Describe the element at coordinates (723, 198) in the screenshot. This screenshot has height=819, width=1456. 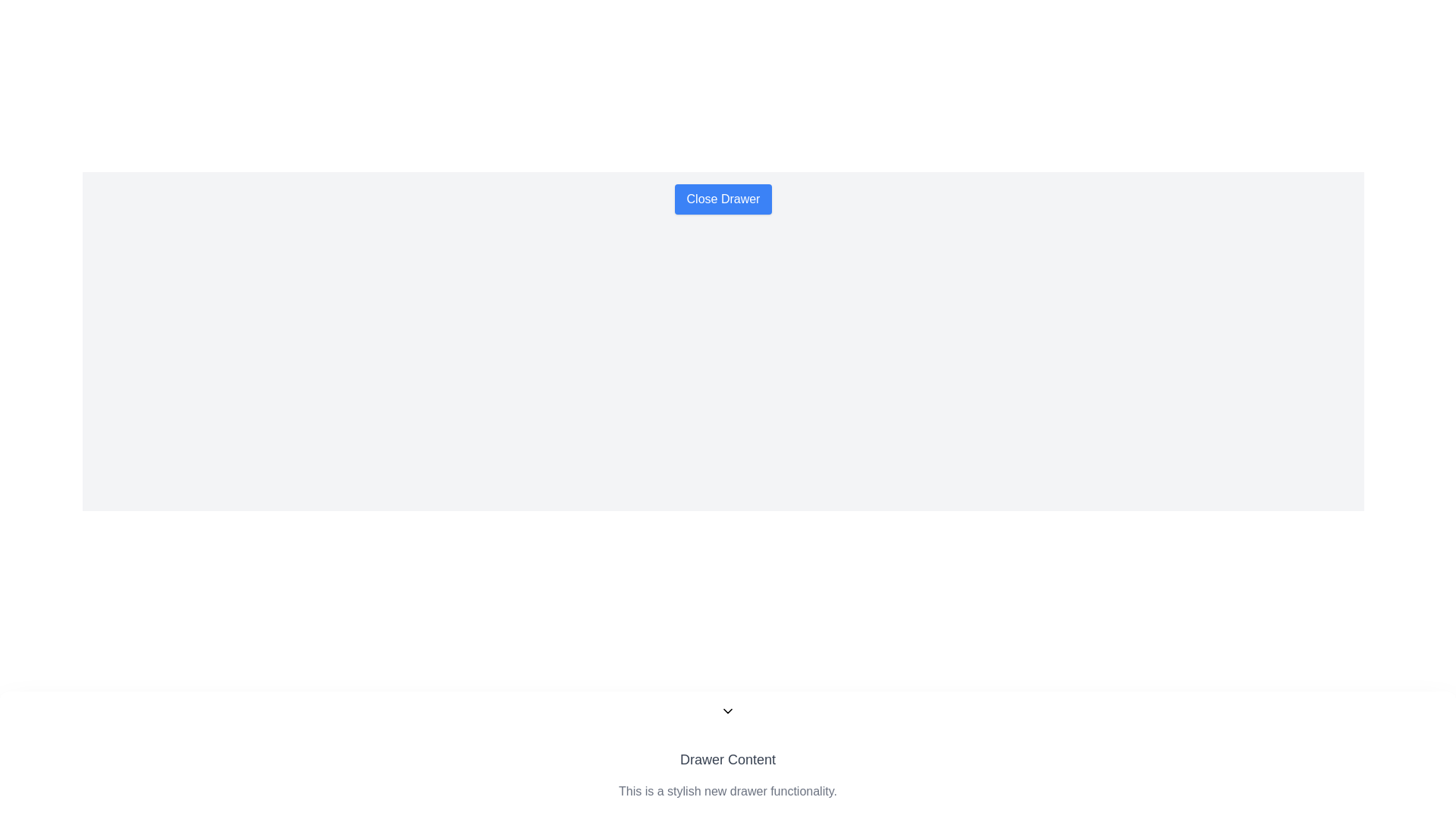
I see `the close button located at the top section of the drawer interface` at that location.